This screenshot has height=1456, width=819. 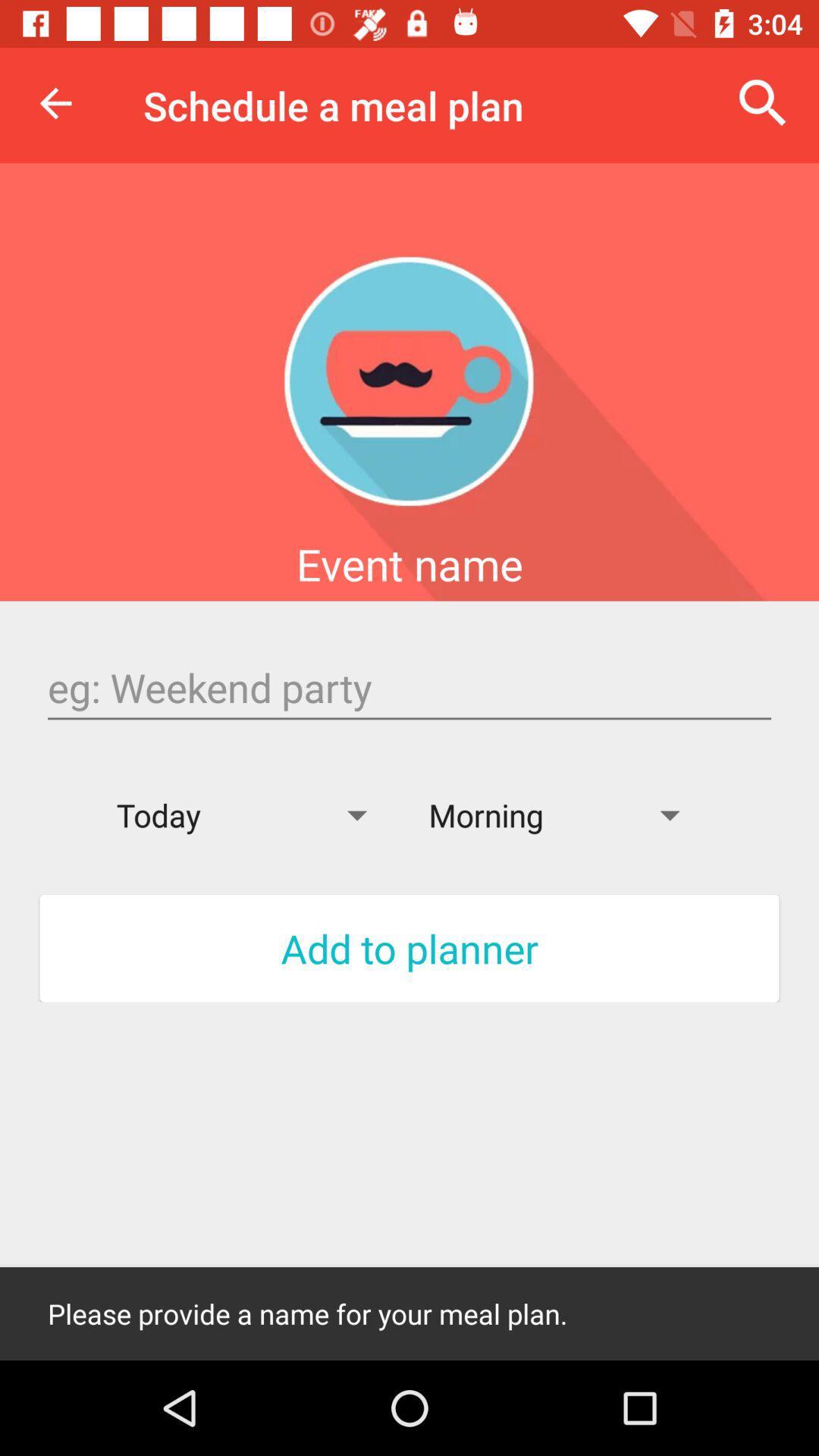 I want to click on name, so click(x=409, y=687).